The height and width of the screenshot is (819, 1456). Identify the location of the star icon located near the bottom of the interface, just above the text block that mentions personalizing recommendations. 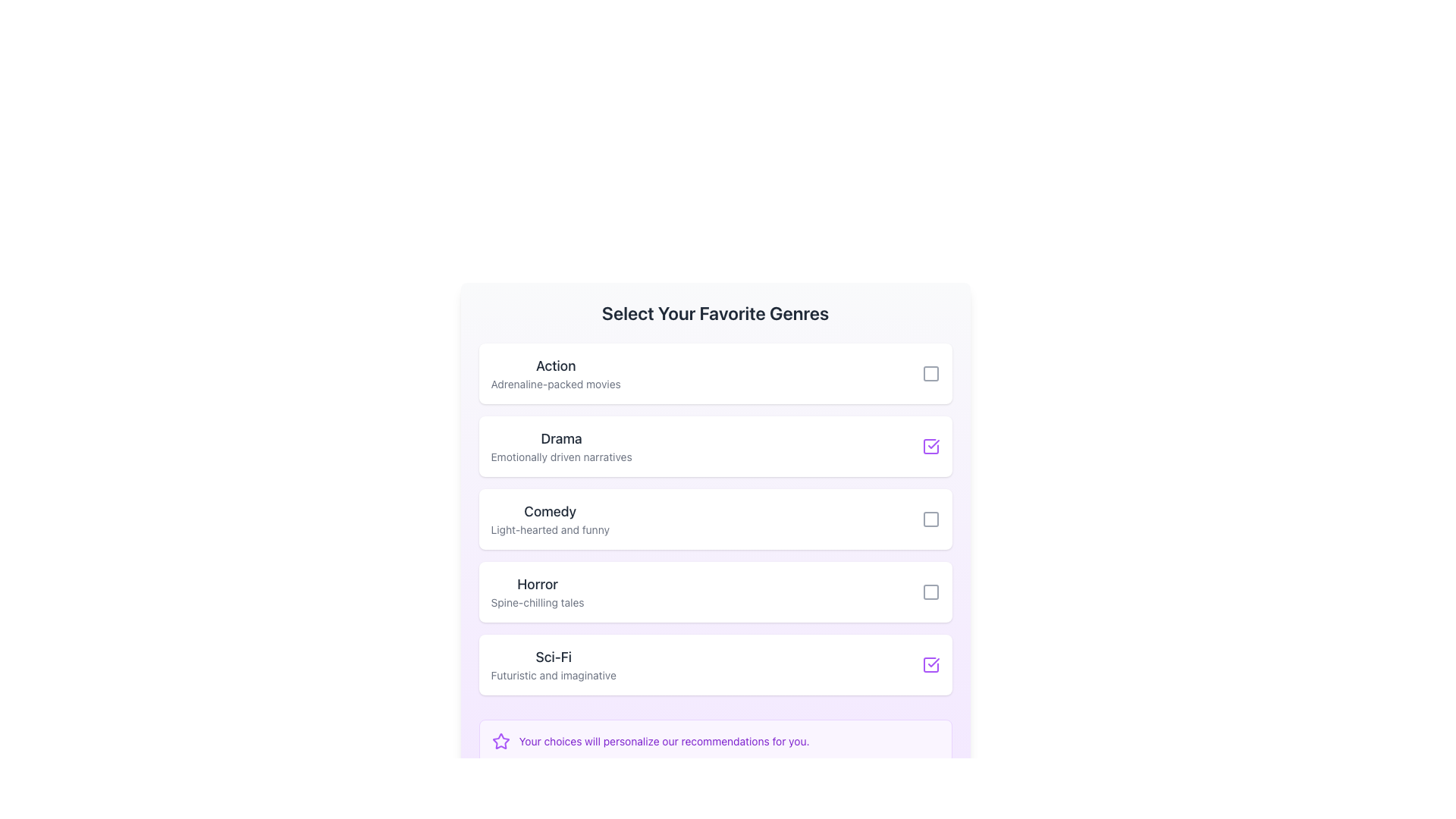
(500, 740).